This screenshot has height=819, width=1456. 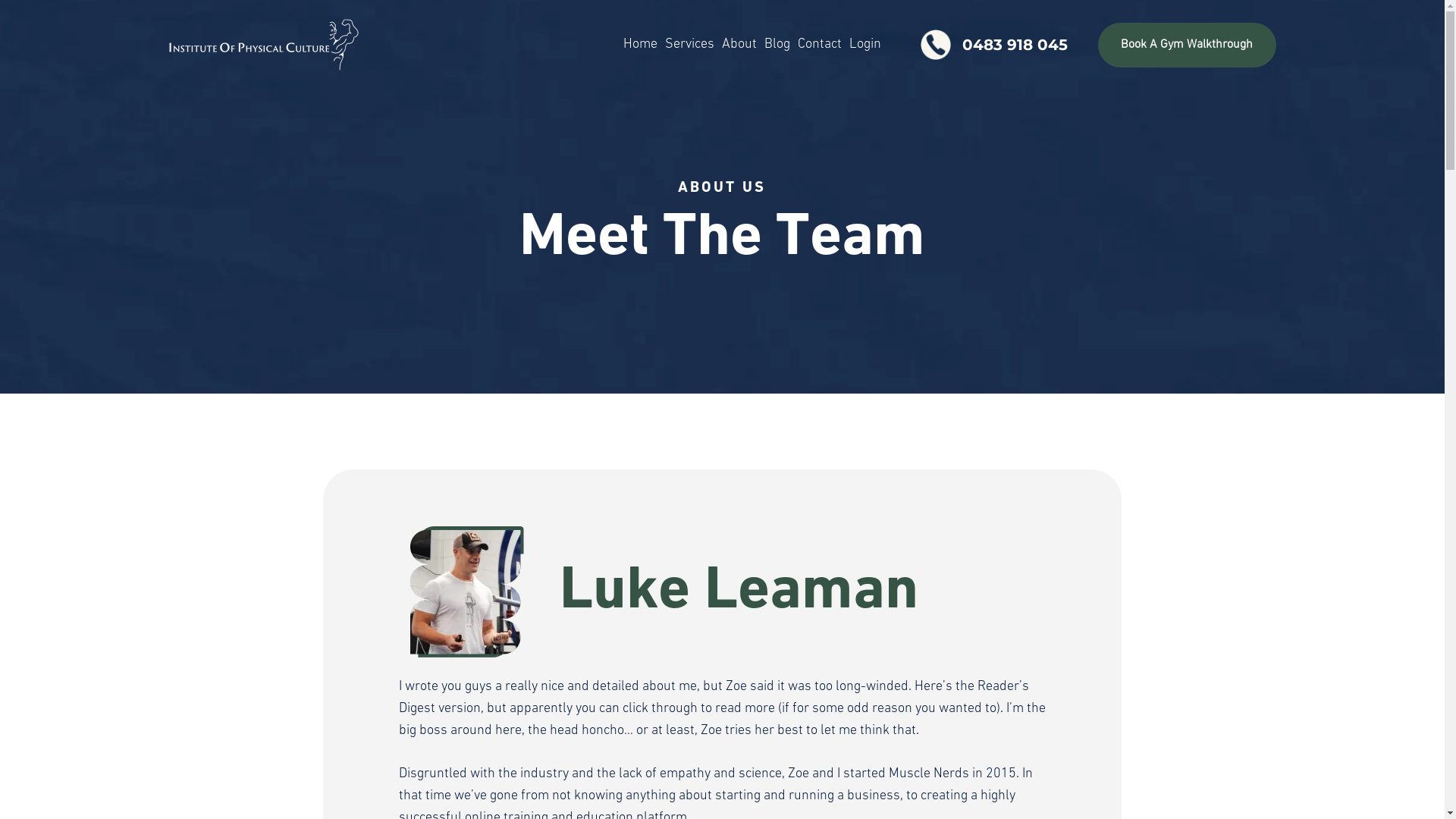 I want to click on 'Services', so click(x=661, y=43).